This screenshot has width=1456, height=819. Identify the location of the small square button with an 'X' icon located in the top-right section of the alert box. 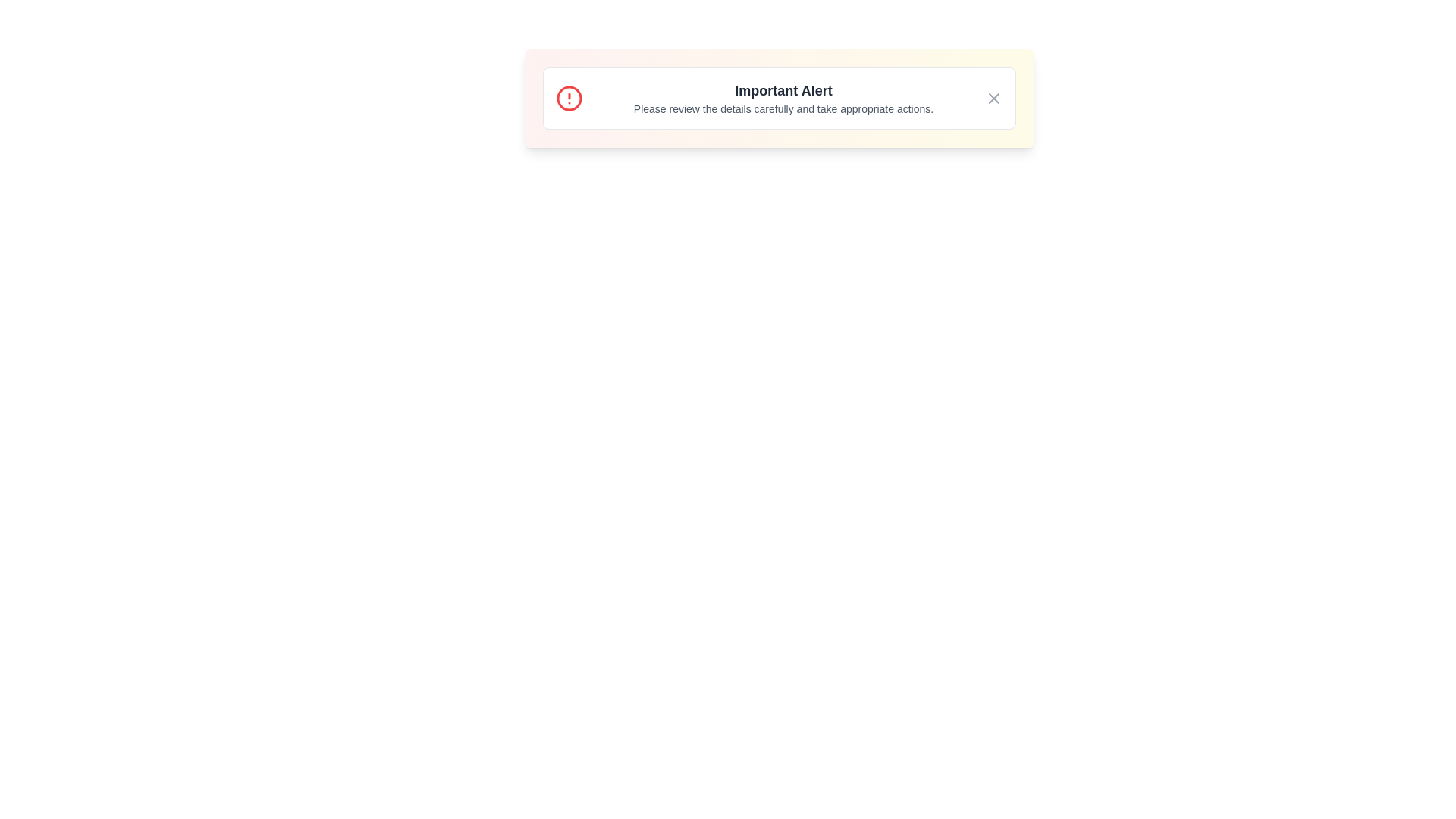
(993, 99).